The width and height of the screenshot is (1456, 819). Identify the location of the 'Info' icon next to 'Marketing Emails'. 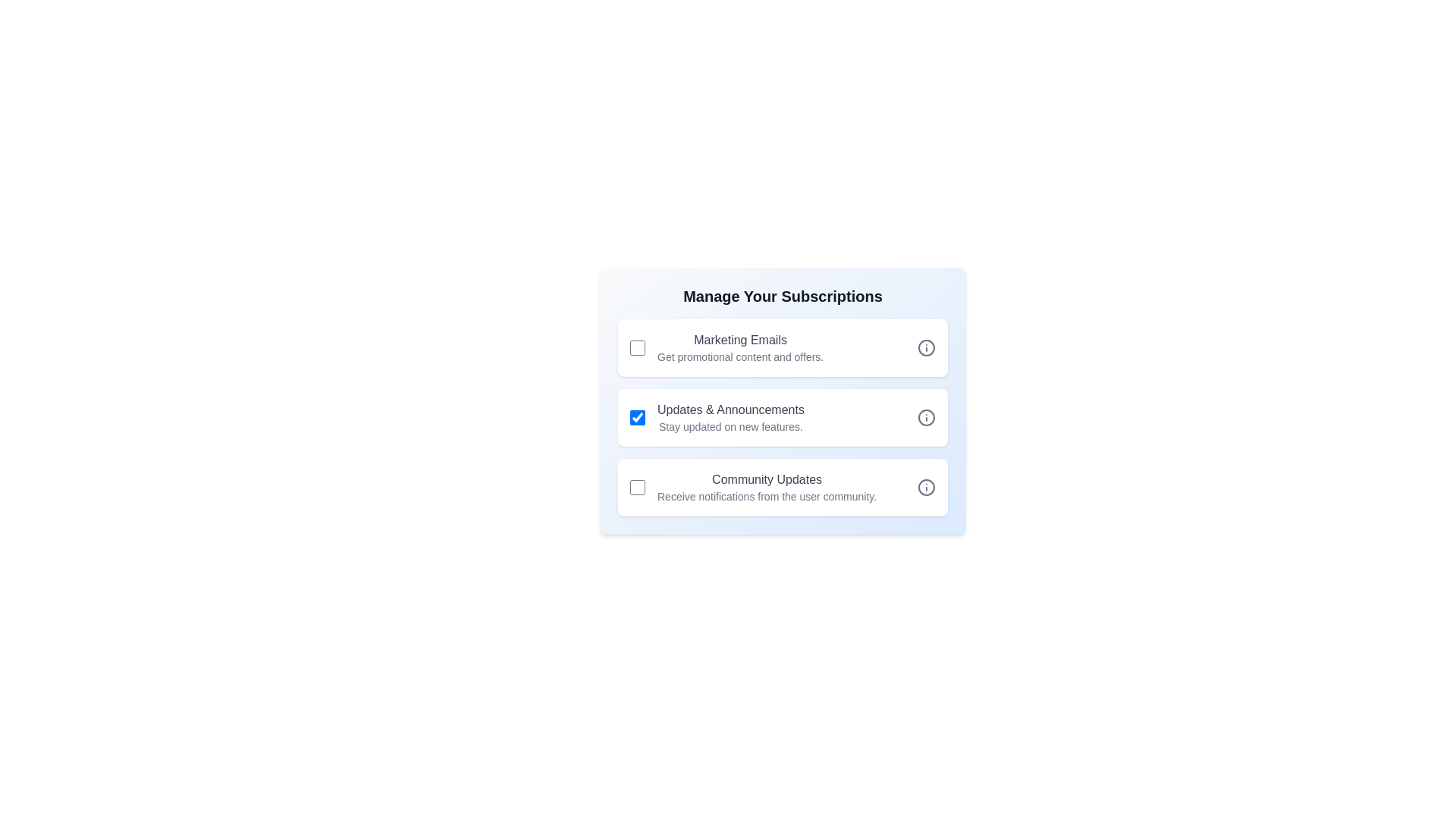
(926, 348).